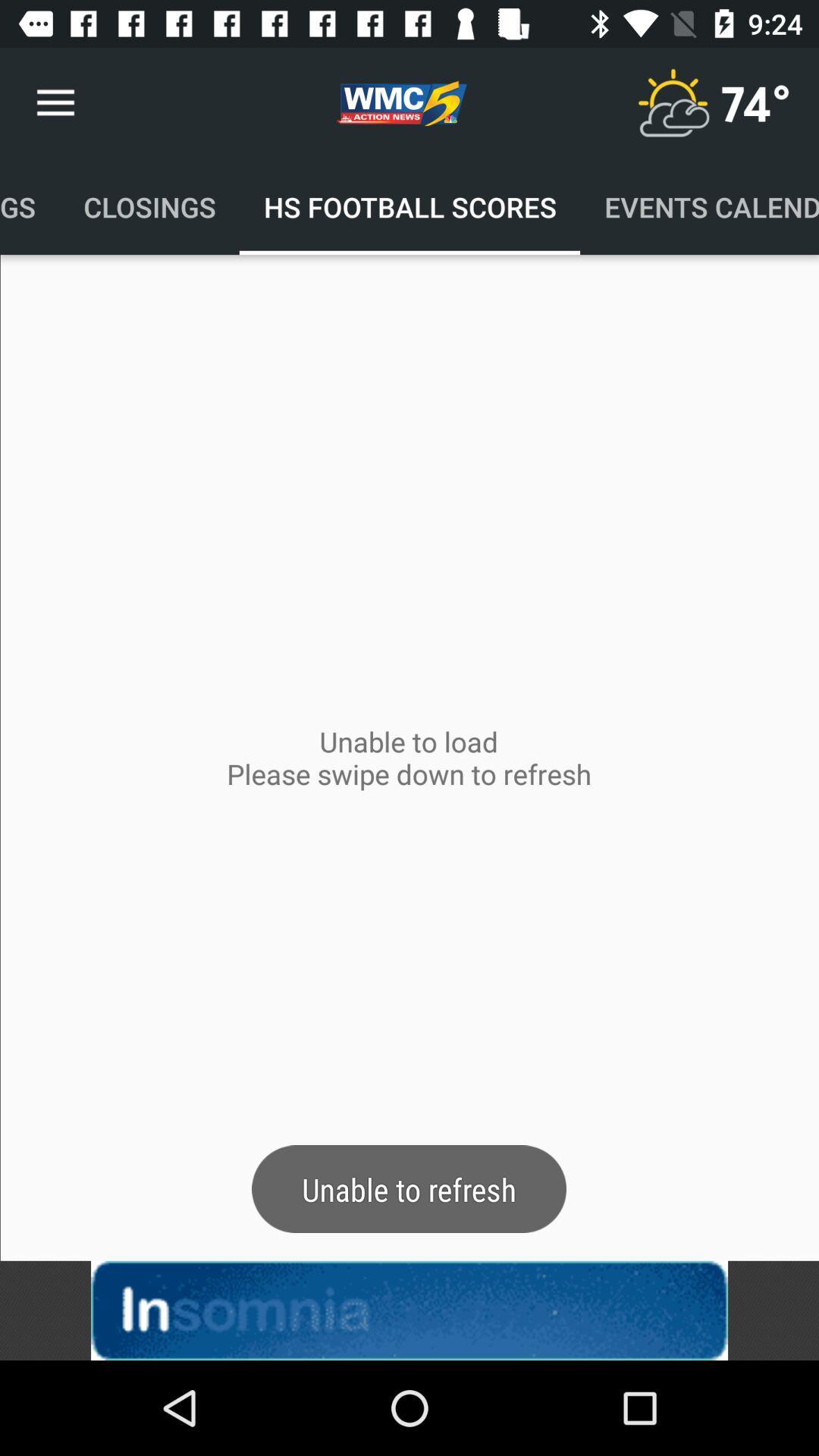 This screenshot has width=819, height=1456. What do you see at coordinates (672, 102) in the screenshot?
I see `temperature button` at bounding box center [672, 102].